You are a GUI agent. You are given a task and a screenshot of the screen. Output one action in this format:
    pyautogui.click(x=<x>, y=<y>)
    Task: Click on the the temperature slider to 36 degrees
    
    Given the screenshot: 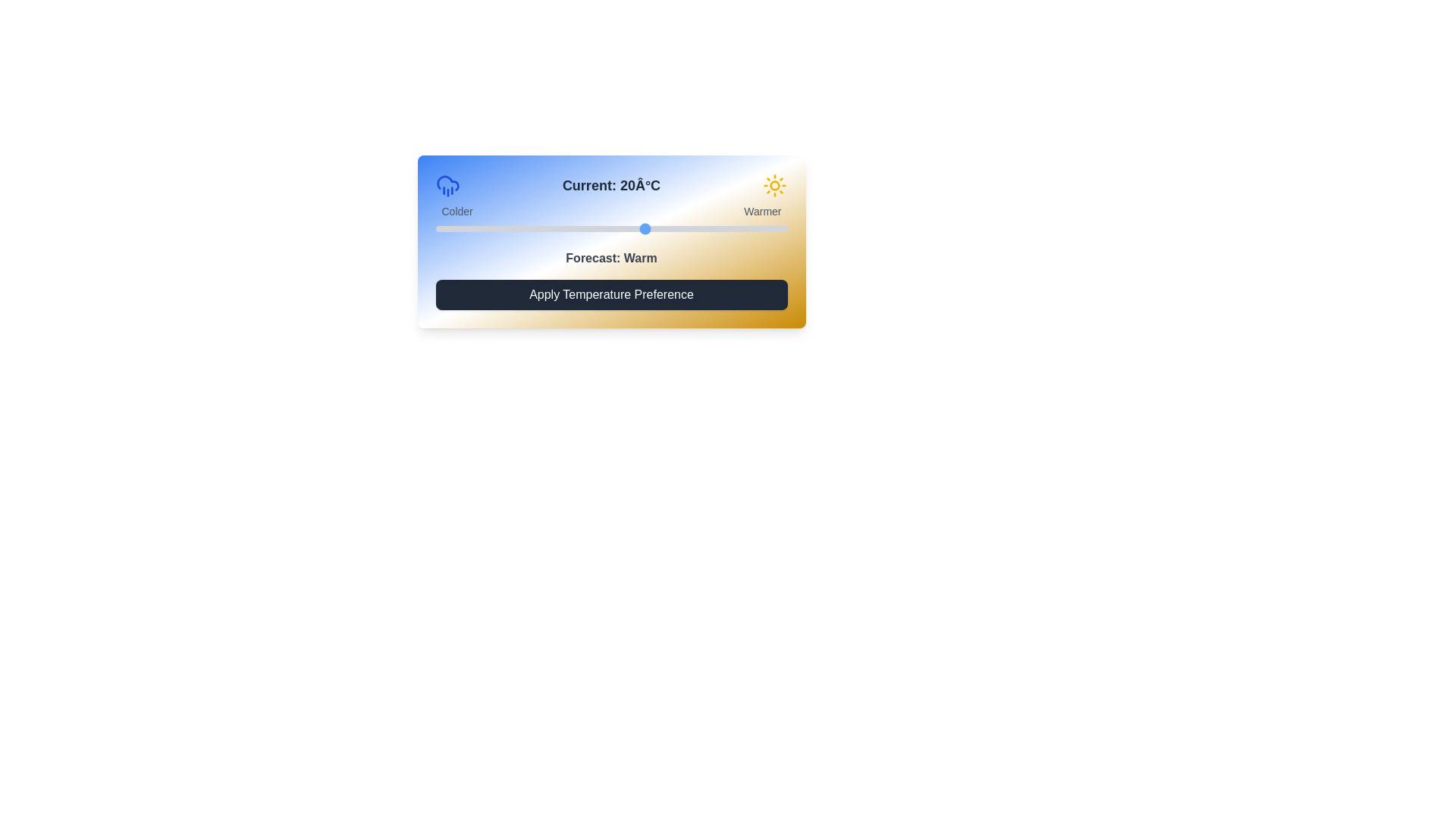 What is the action you would take?
    pyautogui.click(x=759, y=228)
    